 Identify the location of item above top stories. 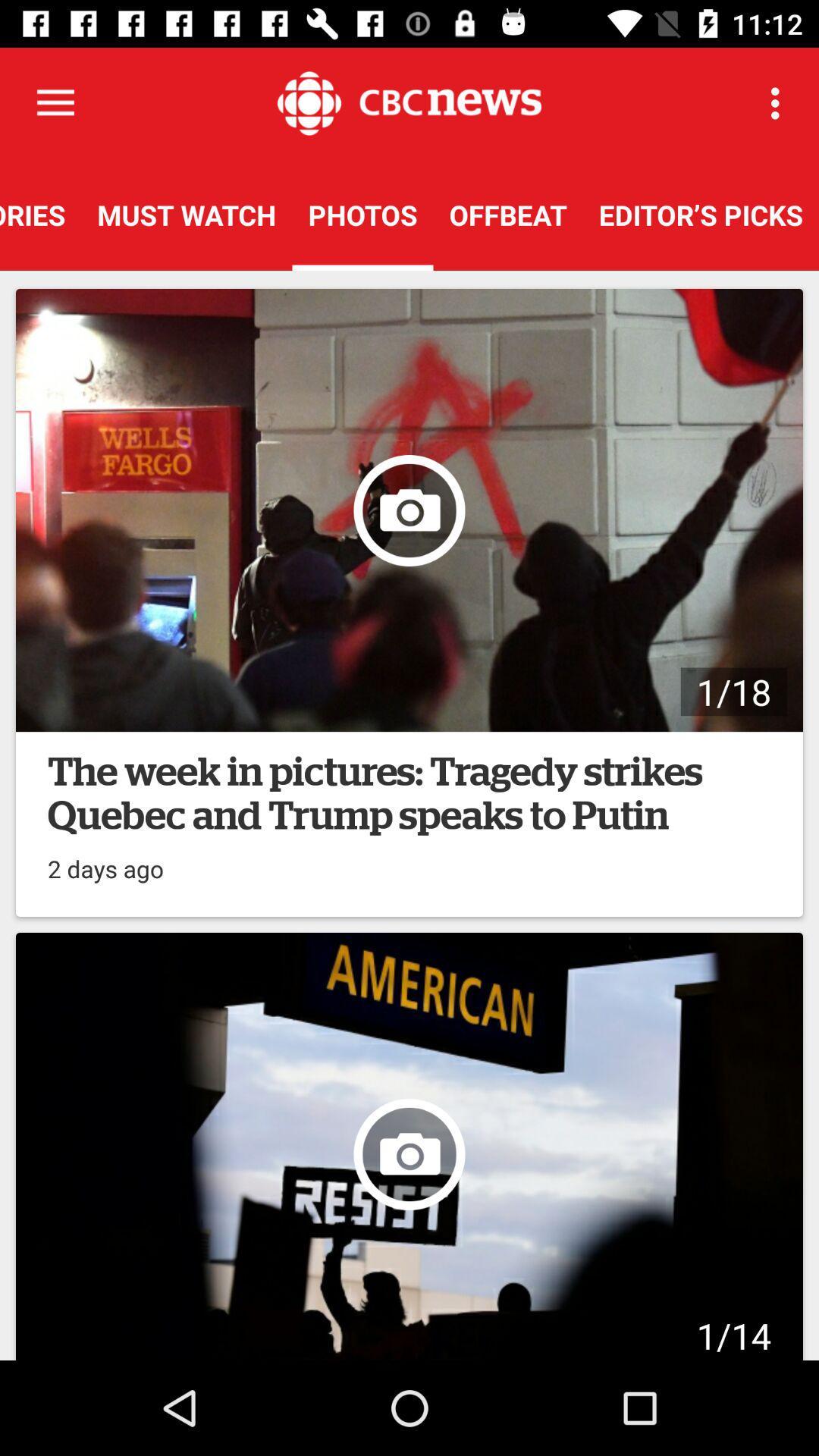
(55, 102).